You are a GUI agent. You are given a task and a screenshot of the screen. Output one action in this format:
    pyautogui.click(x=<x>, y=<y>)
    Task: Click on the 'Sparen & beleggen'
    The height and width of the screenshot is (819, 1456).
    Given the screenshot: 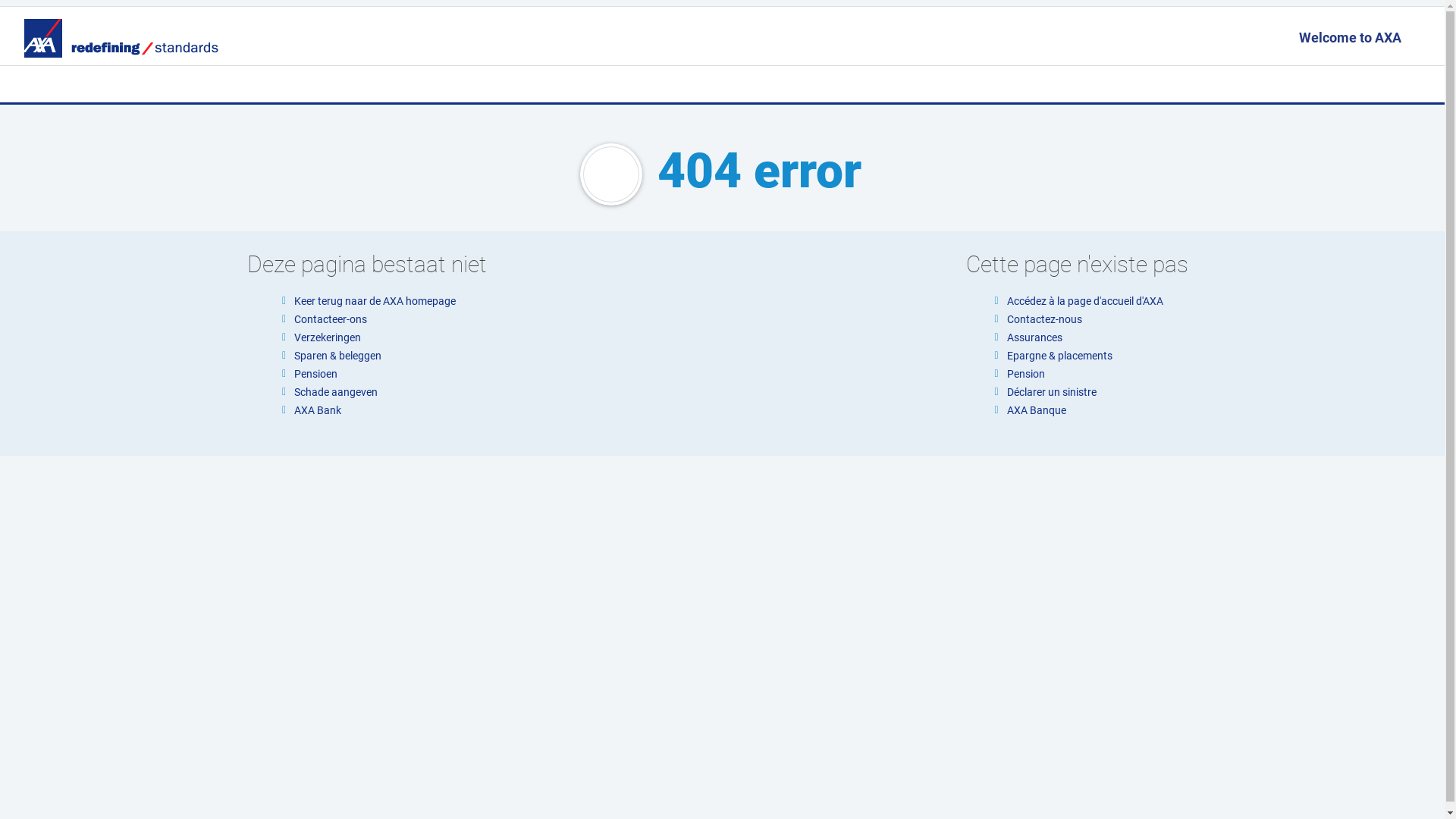 What is the action you would take?
    pyautogui.click(x=337, y=356)
    